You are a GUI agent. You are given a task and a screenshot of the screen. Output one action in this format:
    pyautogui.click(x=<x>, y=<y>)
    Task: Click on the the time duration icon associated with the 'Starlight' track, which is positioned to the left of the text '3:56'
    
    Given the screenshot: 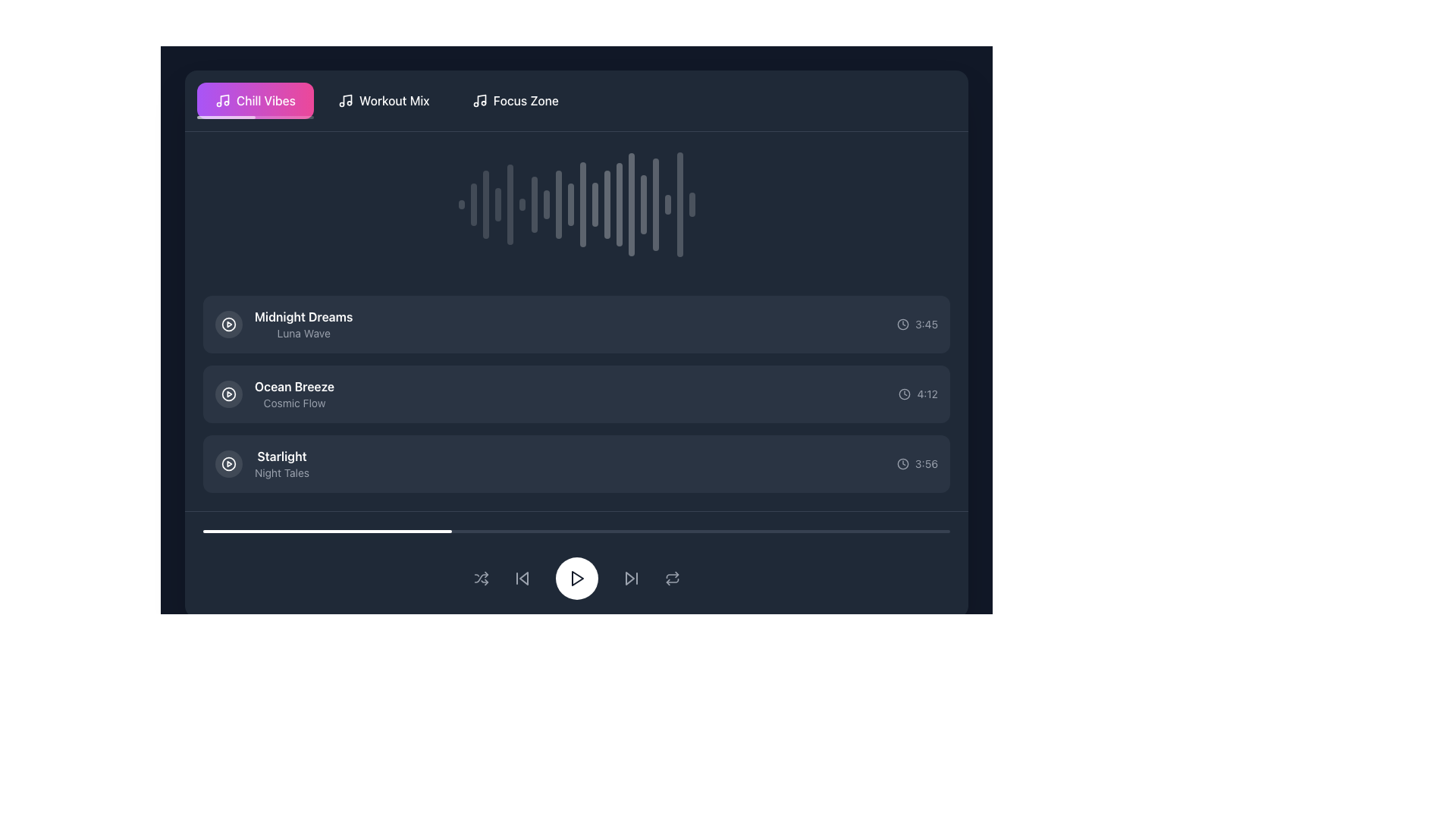 What is the action you would take?
    pyautogui.click(x=902, y=463)
    